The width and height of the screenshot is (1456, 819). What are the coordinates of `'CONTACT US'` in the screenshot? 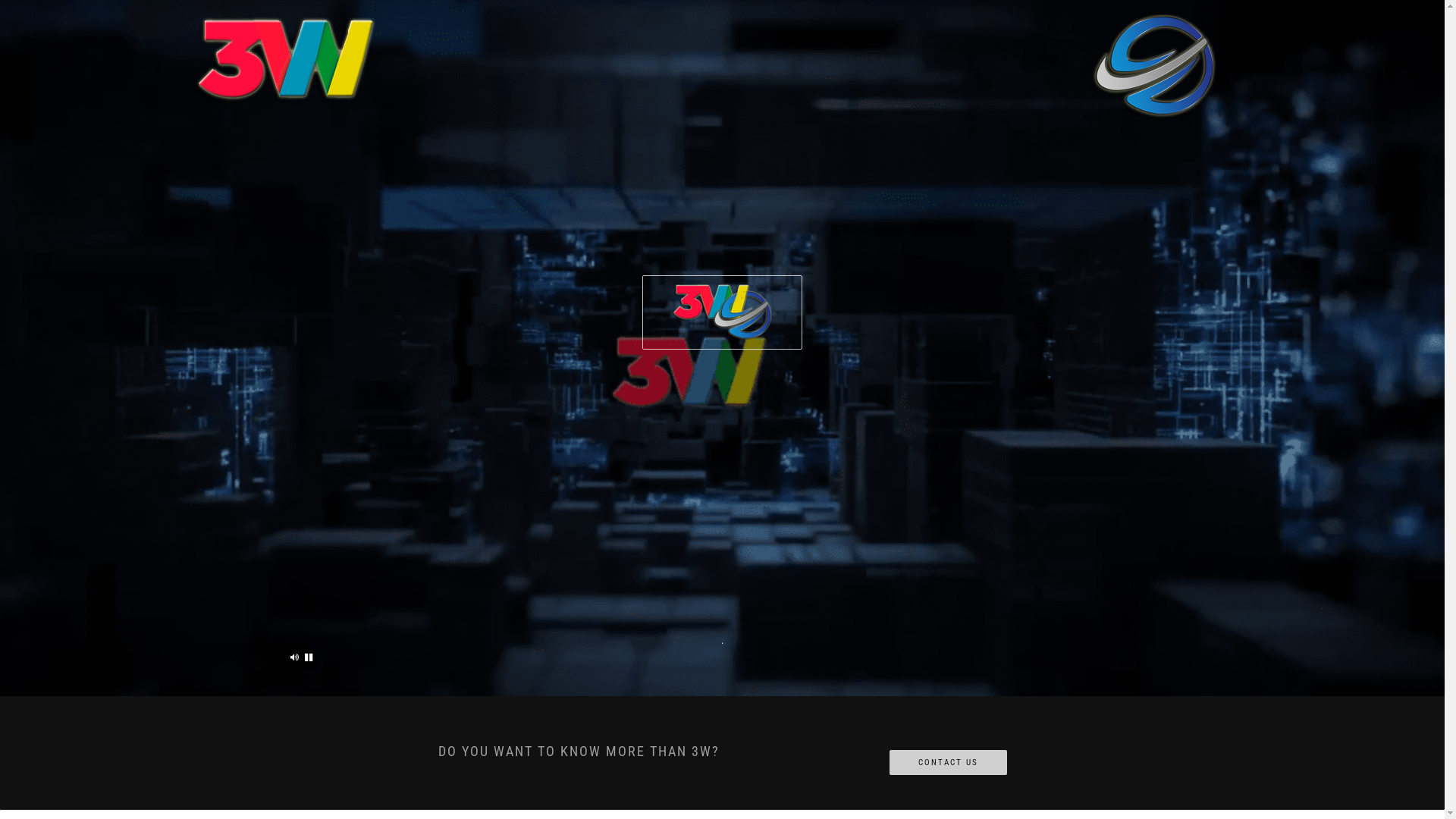 It's located at (946, 763).